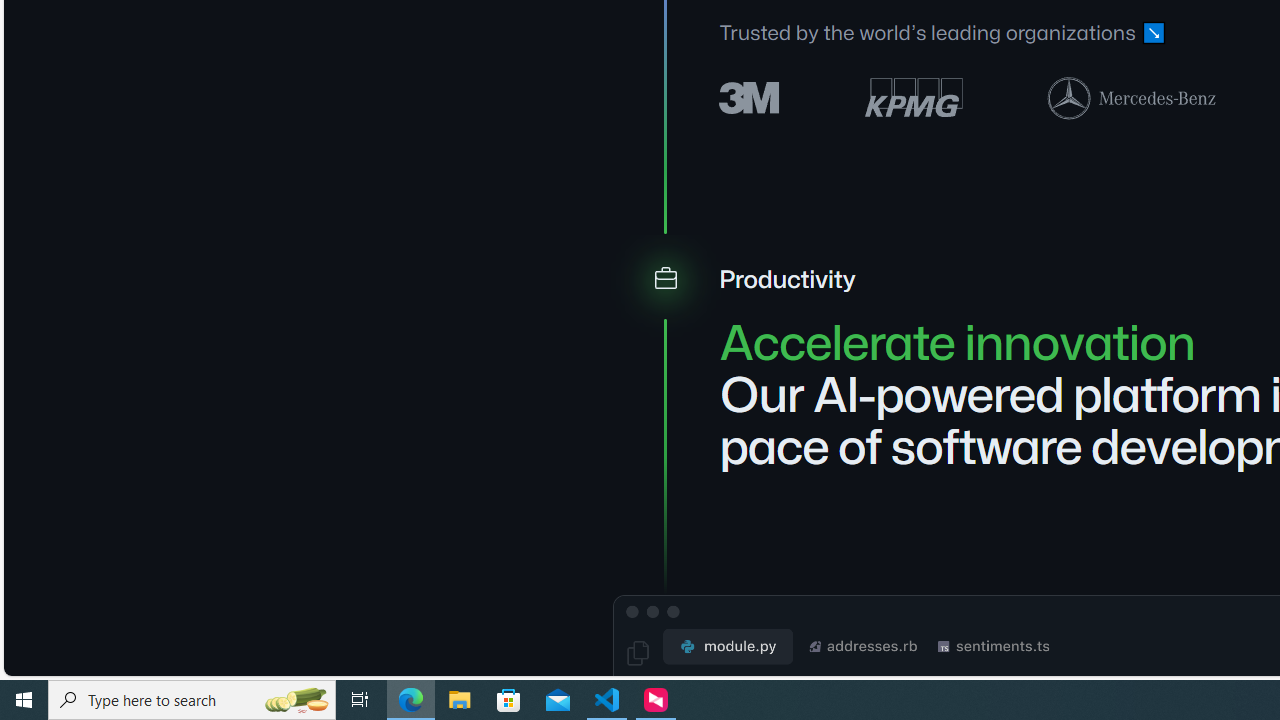  What do you see at coordinates (410, 698) in the screenshot?
I see `'Microsoft Edge - 1 running window'` at bounding box center [410, 698].